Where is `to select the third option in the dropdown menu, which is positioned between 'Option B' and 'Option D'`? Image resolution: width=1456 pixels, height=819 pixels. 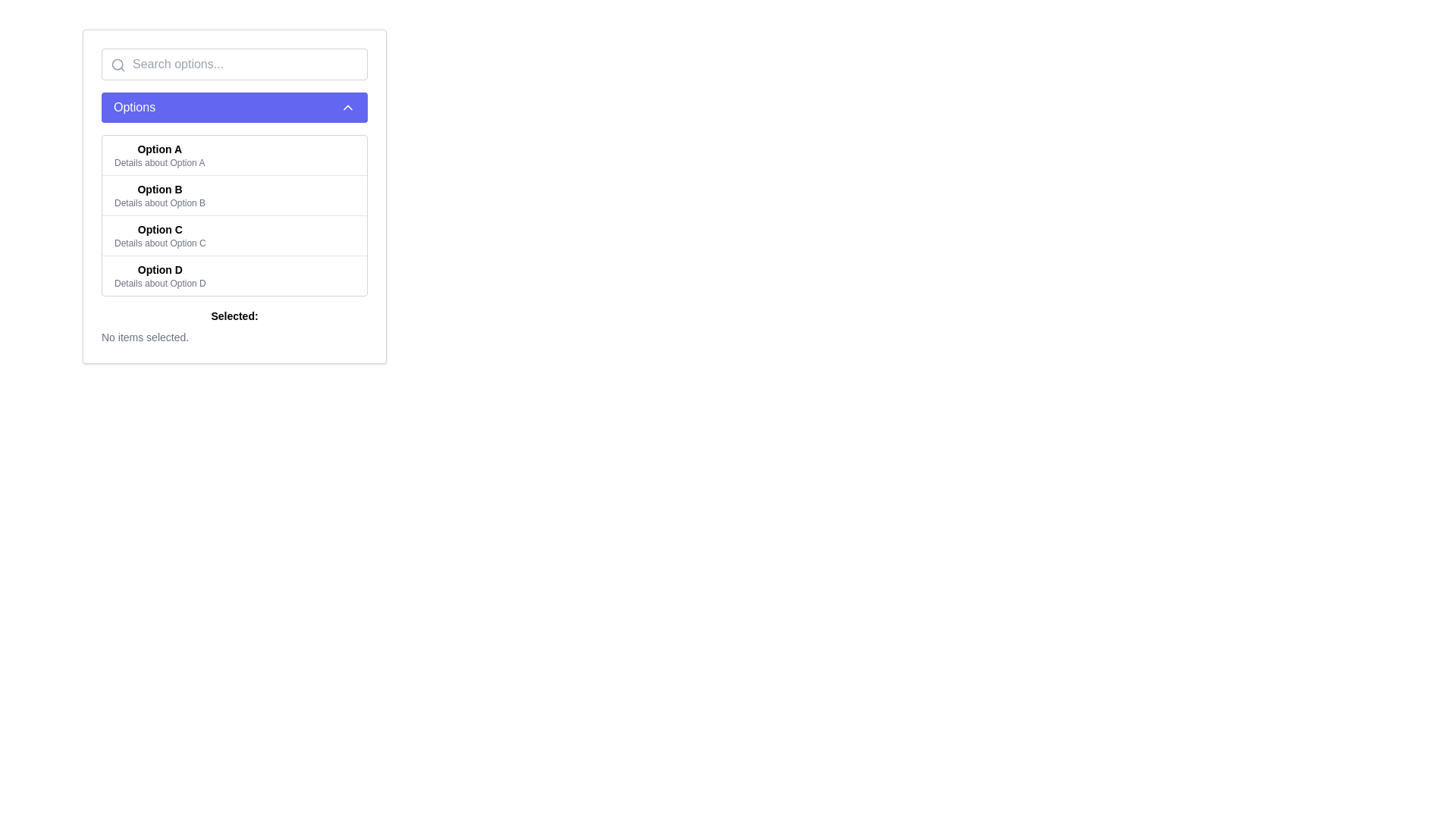 to select the third option in the dropdown menu, which is positioned between 'Option B' and 'Option D' is located at coordinates (234, 235).